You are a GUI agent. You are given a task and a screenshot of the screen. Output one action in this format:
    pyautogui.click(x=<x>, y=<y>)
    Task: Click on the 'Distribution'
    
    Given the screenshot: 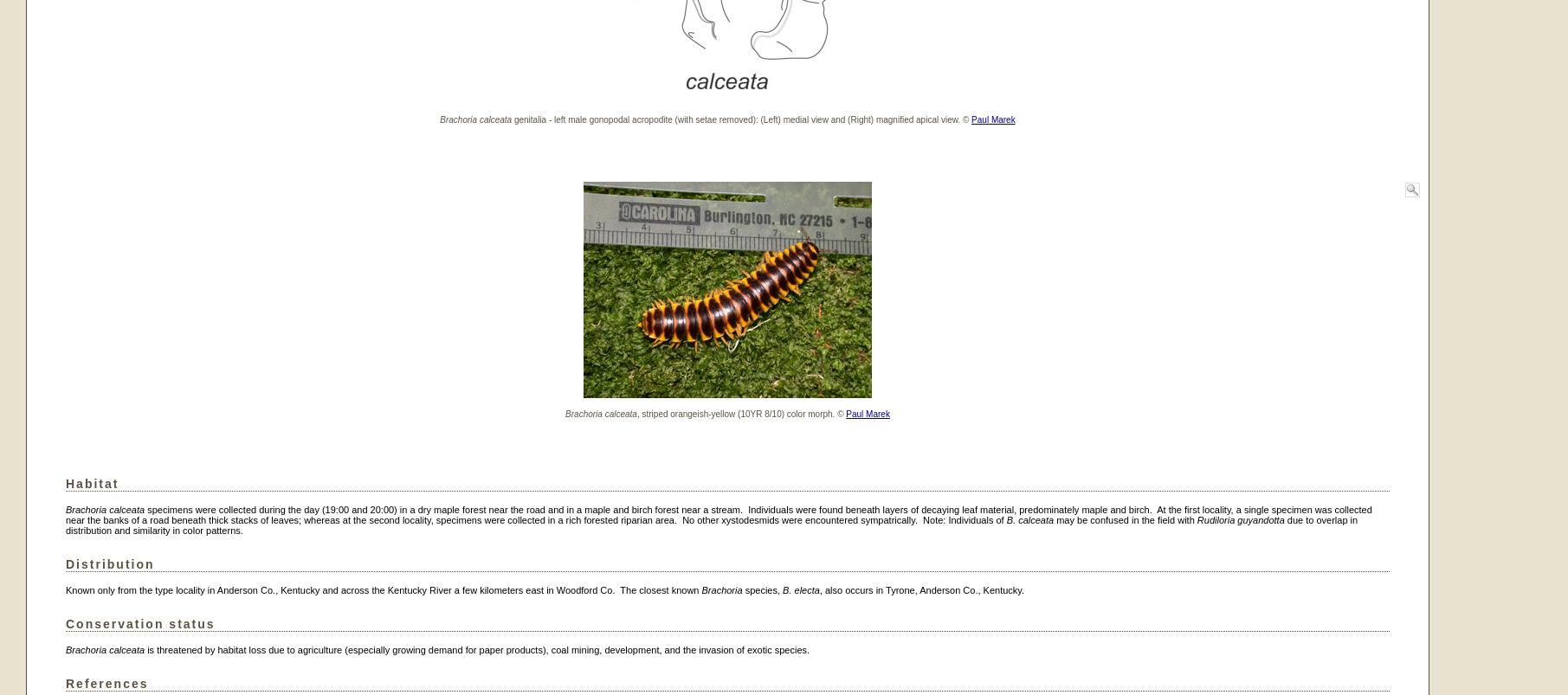 What is the action you would take?
    pyautogui.click(x=108, y=563)
    